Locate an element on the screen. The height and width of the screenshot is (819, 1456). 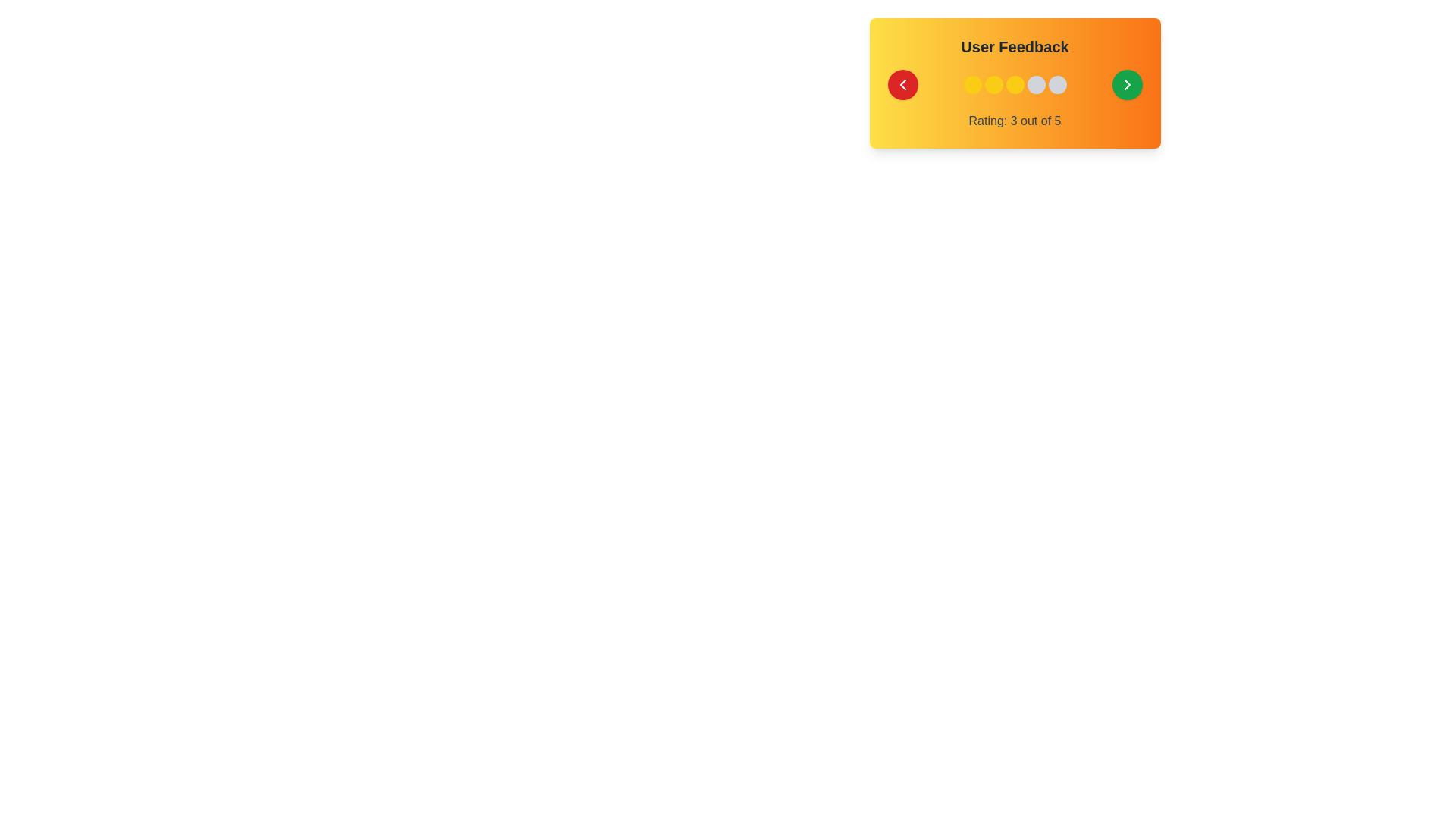
the third rating button in the feedback section is located at coordinates (1015, 84).